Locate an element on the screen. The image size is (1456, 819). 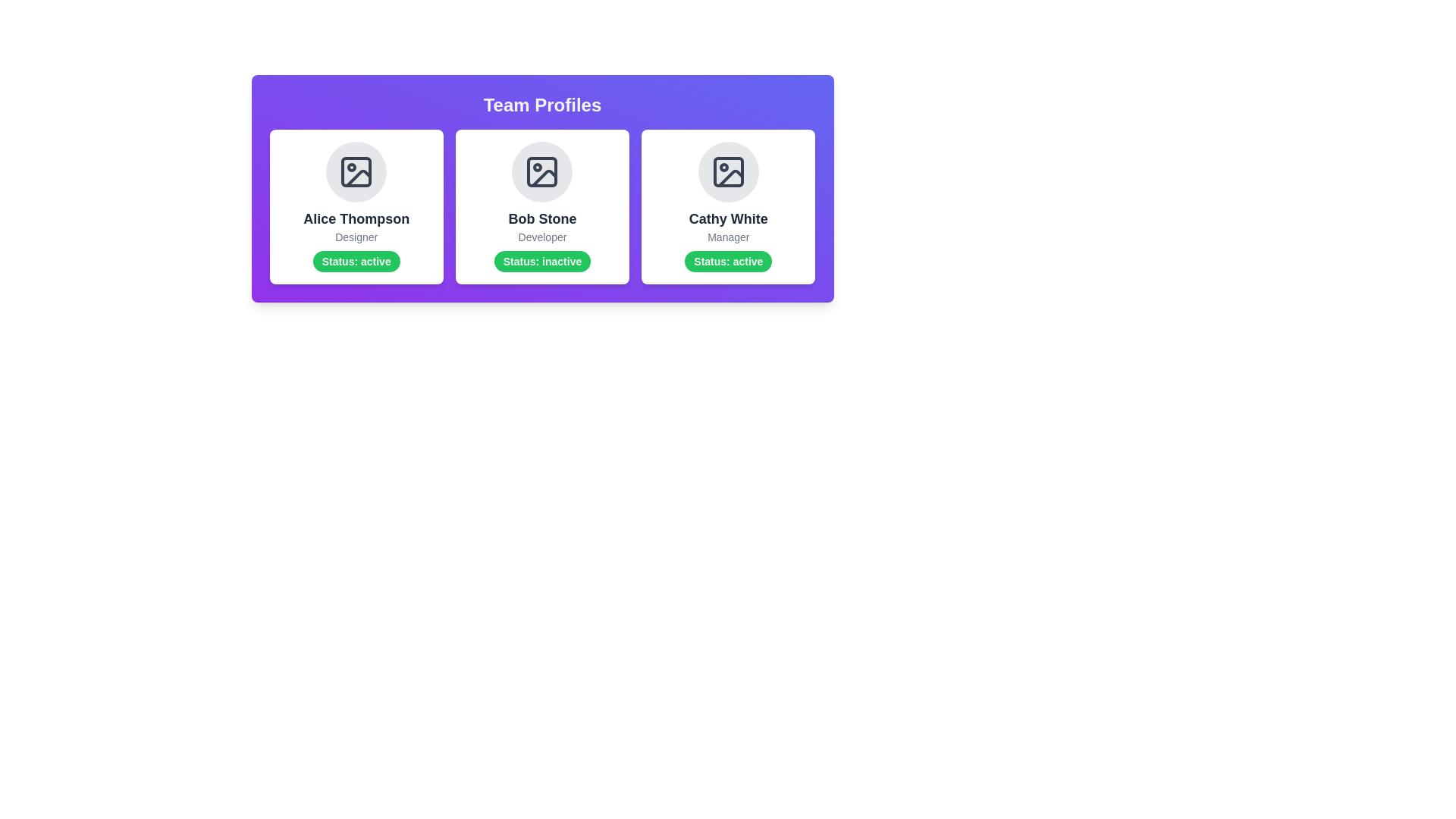
the Static Text Display that shows the name 'Bob Stone', located beneath the avatar image in the center profile card of the 'Team Profiles' section is located at coordinates (542, 219).